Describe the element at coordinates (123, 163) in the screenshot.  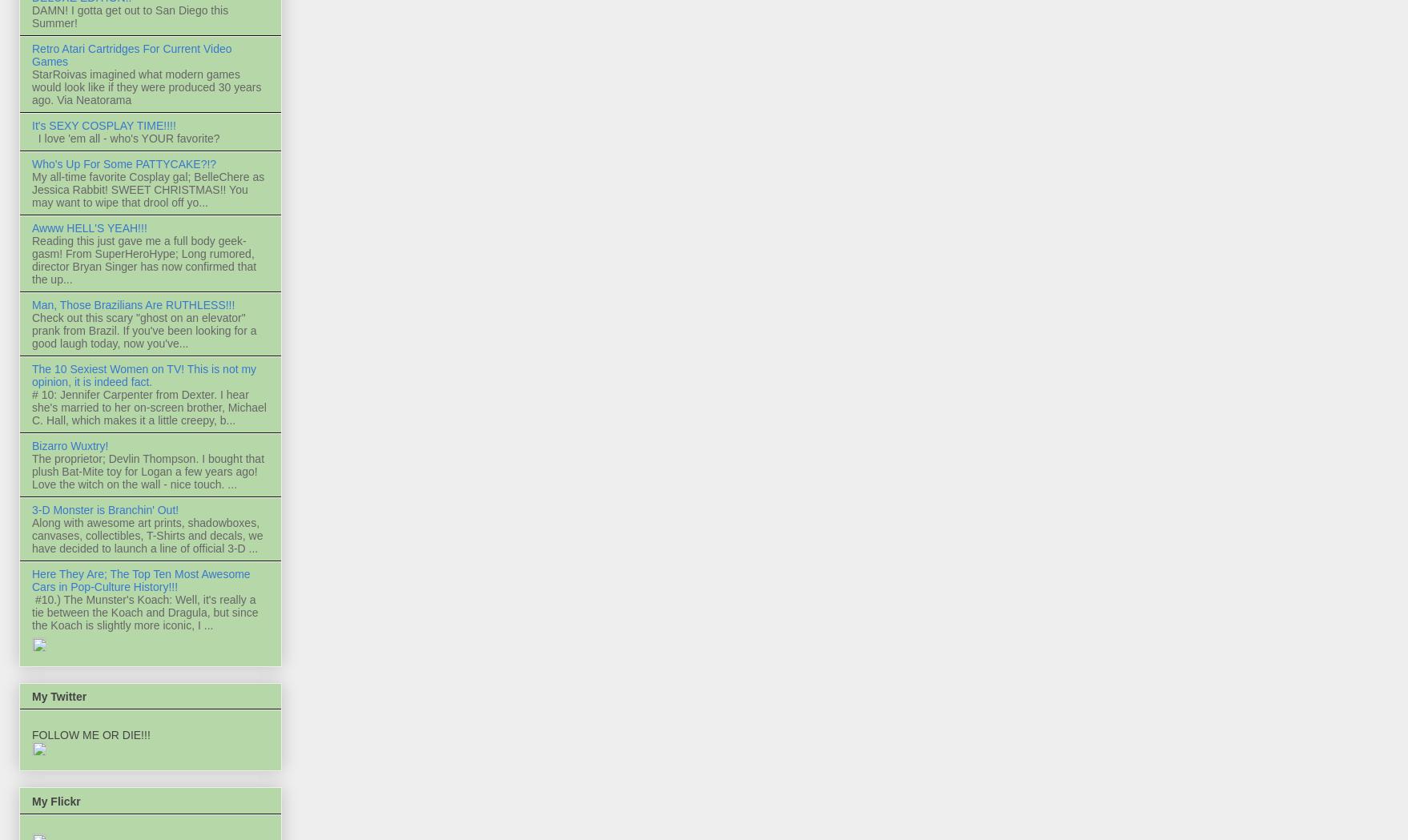
I see `'Who's Up For Some PATTYCAKE?!?'` at that location.